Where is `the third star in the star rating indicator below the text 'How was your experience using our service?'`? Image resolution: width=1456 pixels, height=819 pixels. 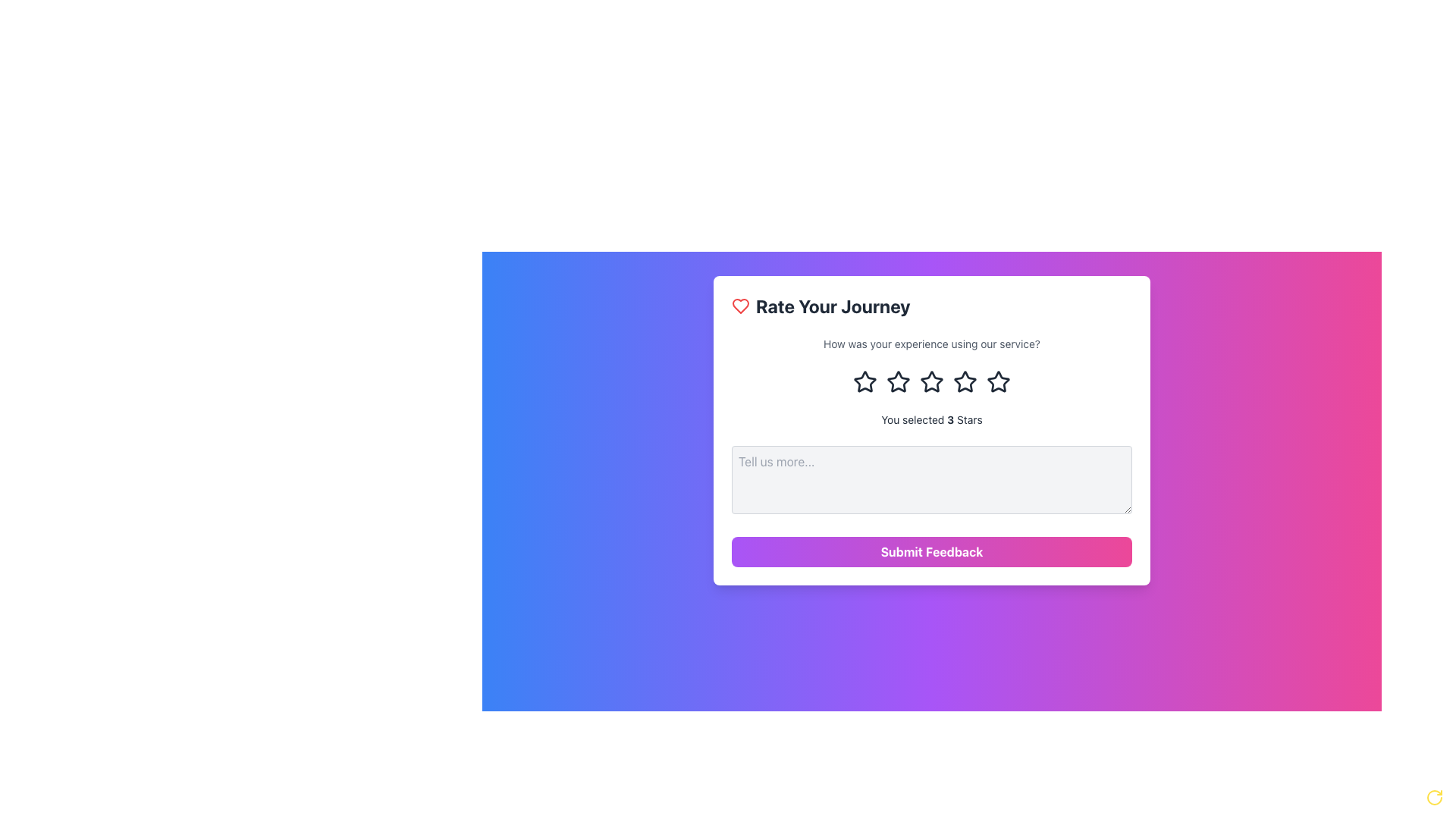 the third star in the star rating indicator below the text 'How was your experience using our service?' is located at coordinates (930, 381).